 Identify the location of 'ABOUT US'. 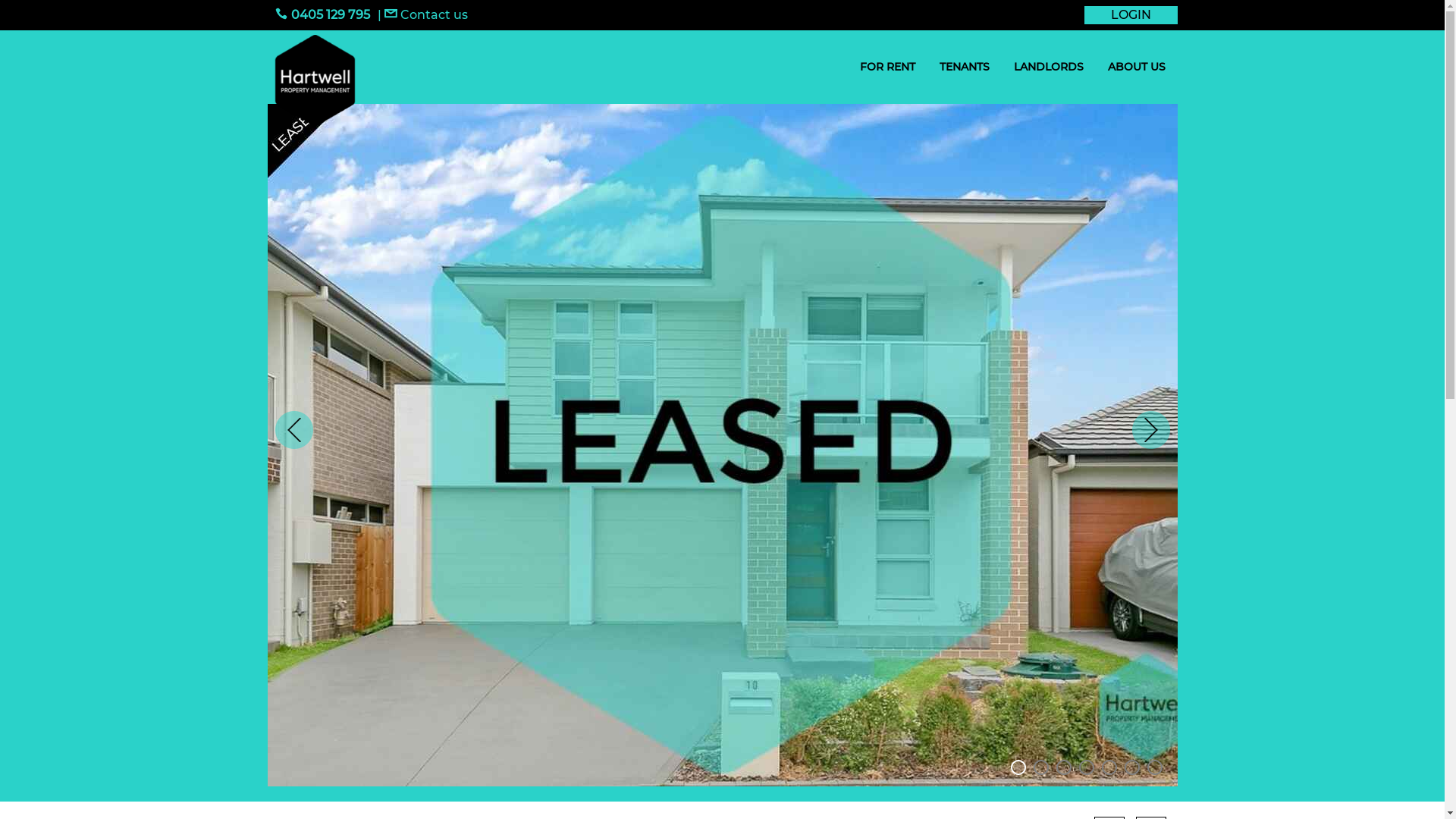
(1095, 66).